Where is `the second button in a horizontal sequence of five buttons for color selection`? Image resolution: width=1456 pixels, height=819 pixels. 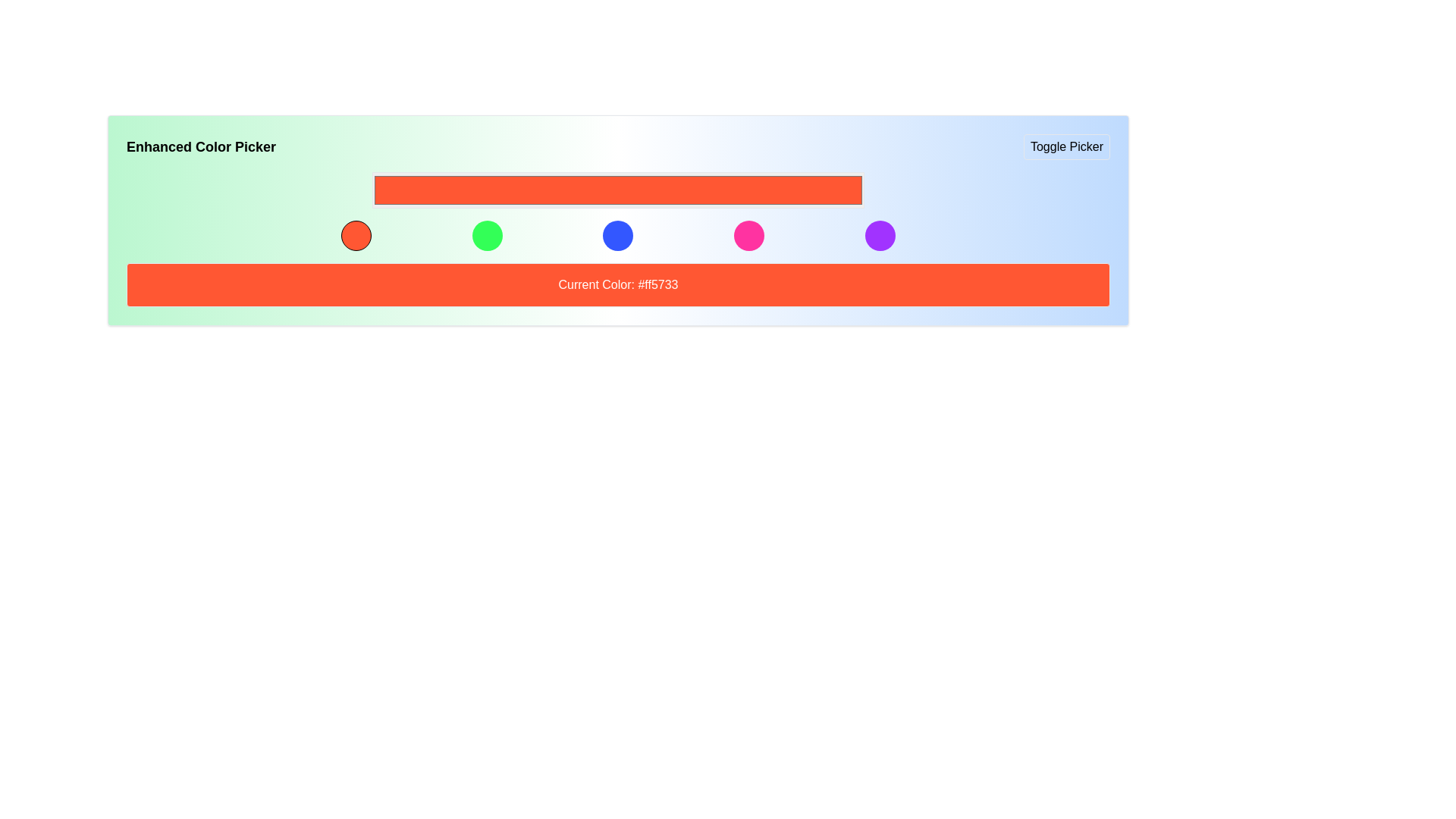 the second button in a horizontal sequence of five buttons for color selection is located at coordinates (487, 236).